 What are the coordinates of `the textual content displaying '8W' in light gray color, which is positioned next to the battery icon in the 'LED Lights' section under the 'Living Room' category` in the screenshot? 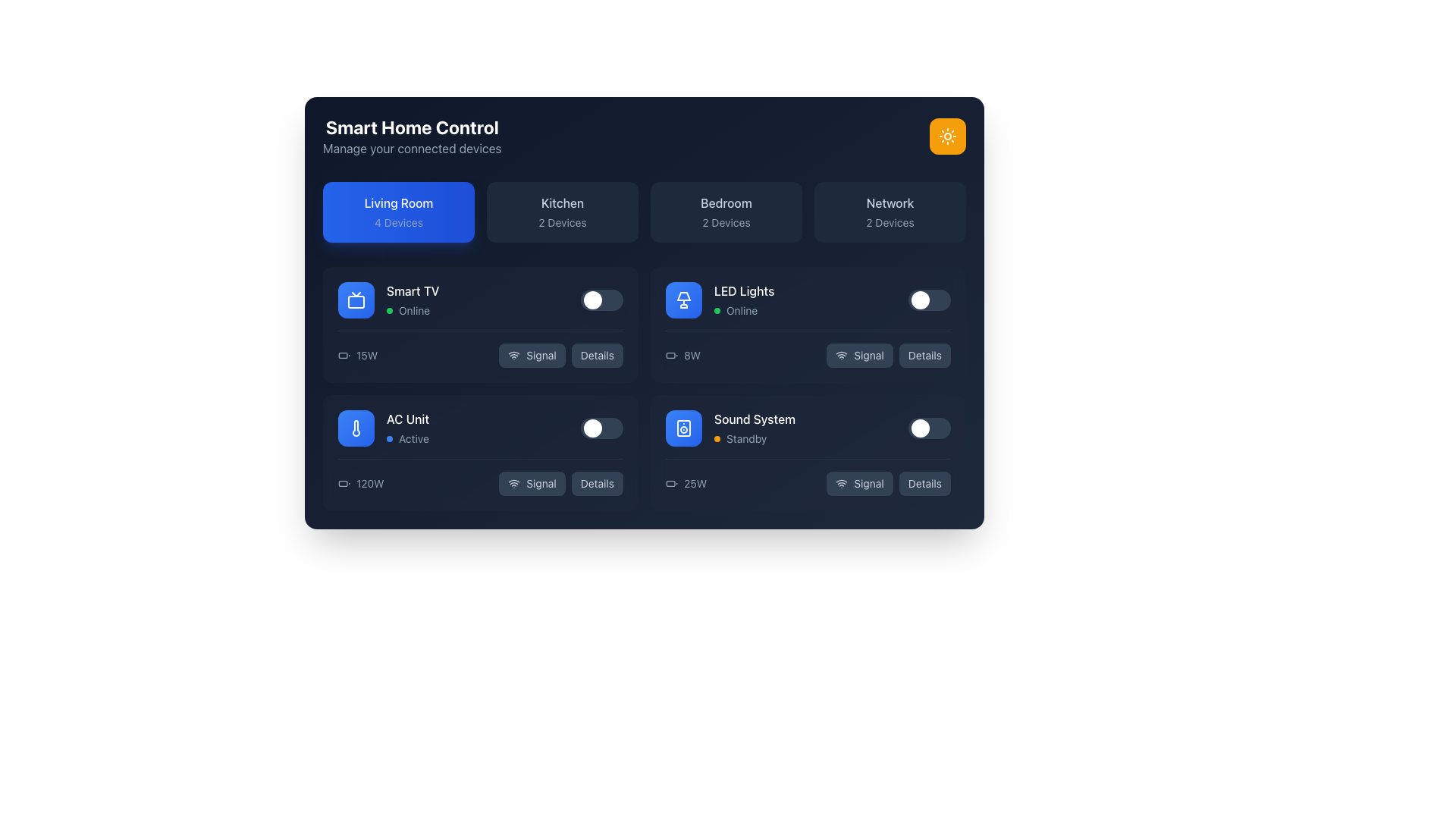 It's located at (682, 356).